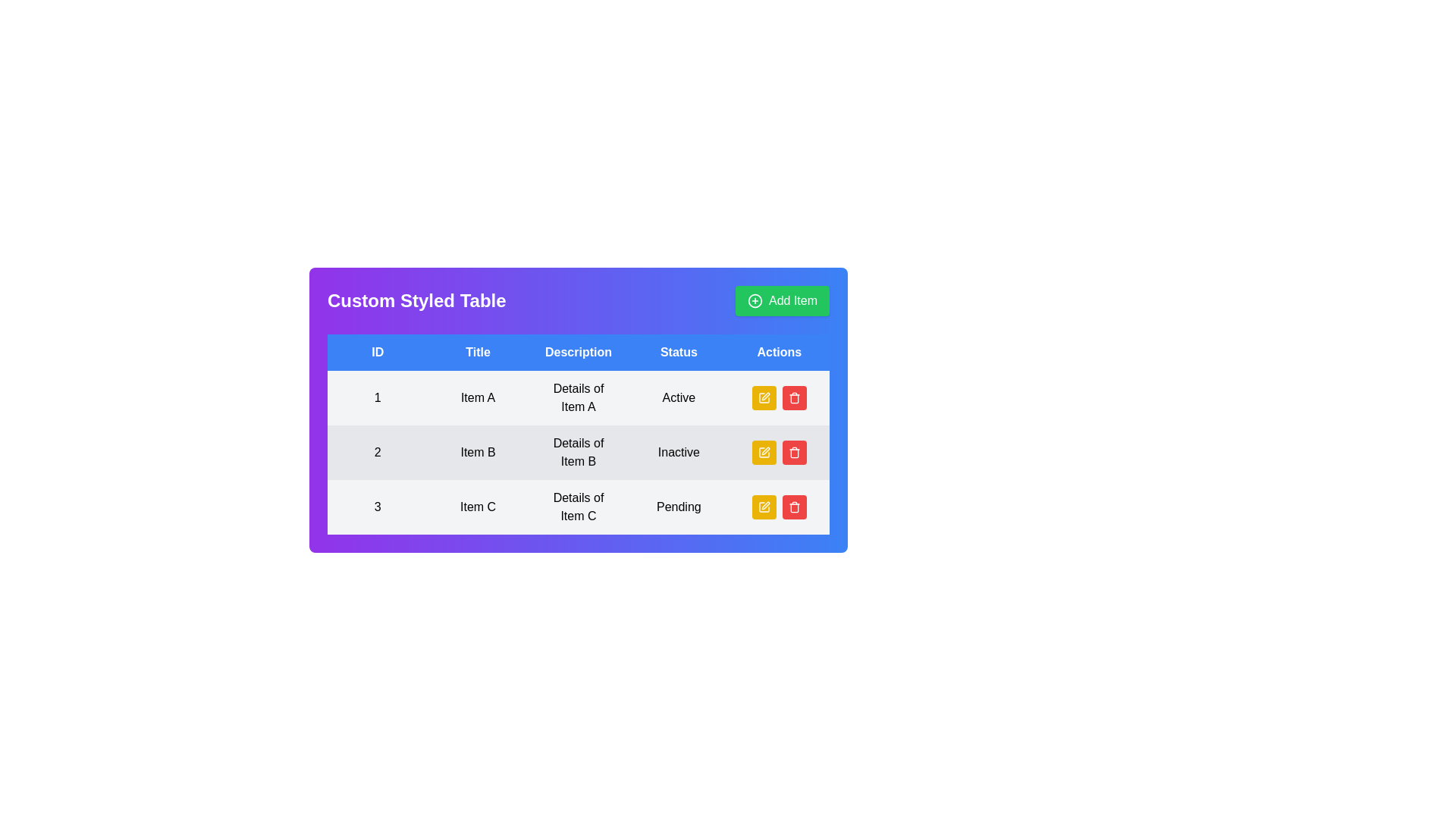 Image resolution: width=1456 pixels, height=819 pixels. What do you see at coordinates (578, 507) in the screenshot?
I see `the third row in the table that displays information about Item C` at bounding box center [578, 507].